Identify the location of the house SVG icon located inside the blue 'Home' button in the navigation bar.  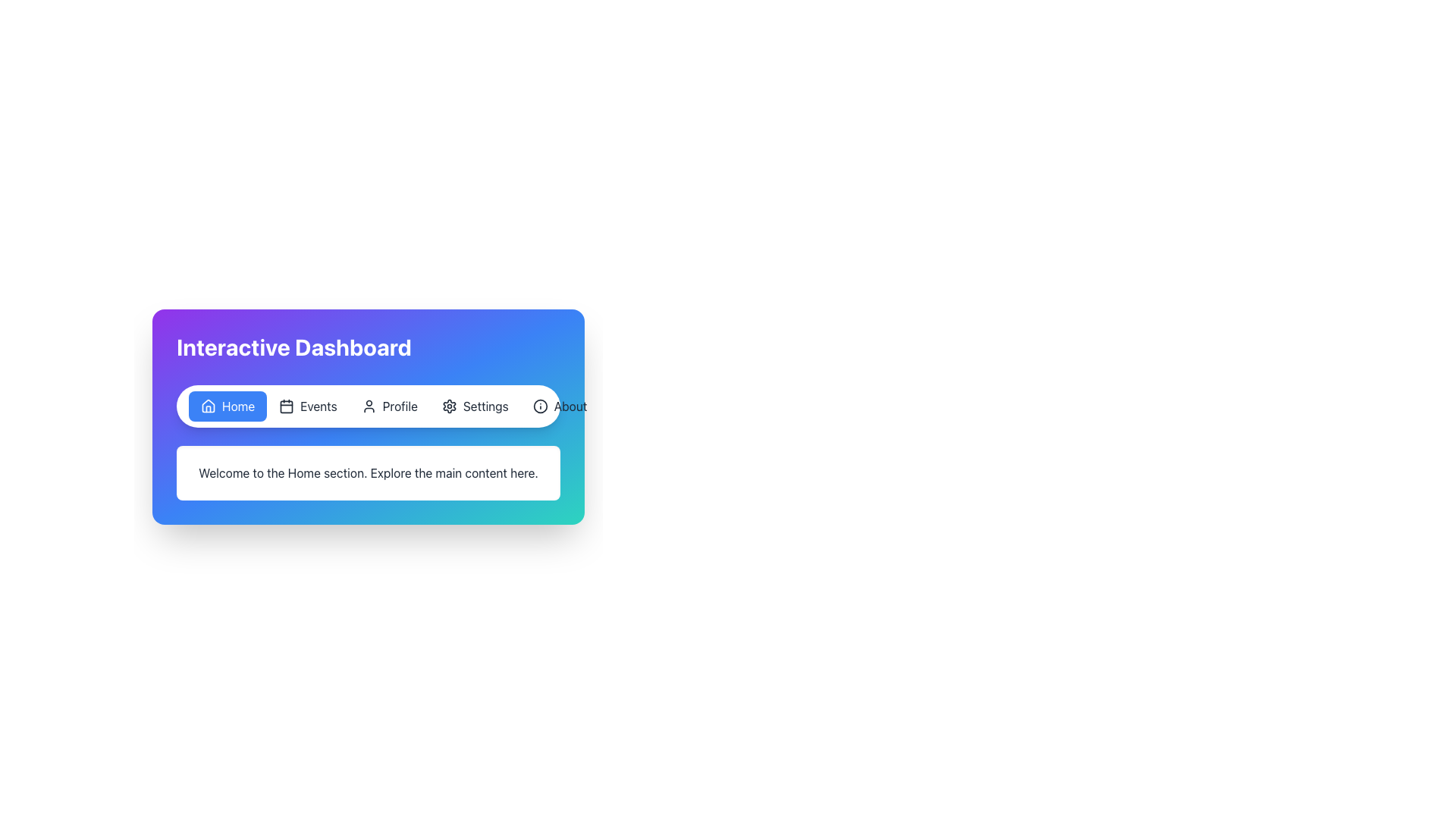
(207, 406).